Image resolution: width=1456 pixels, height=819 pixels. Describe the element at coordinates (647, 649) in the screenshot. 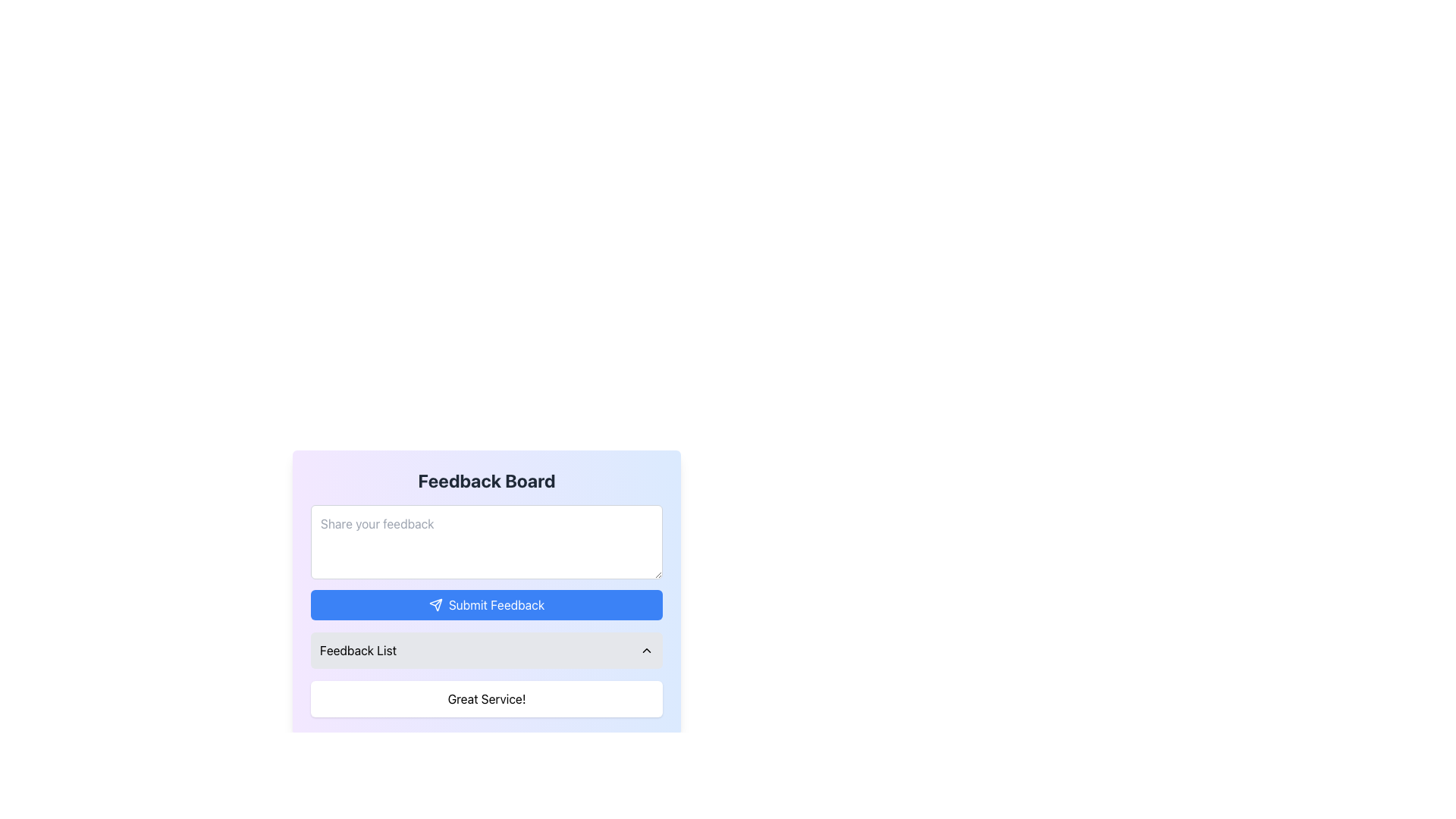

I see `the Chevron Icon located on the right-hand side of the 'Feedback List' section` at that location.